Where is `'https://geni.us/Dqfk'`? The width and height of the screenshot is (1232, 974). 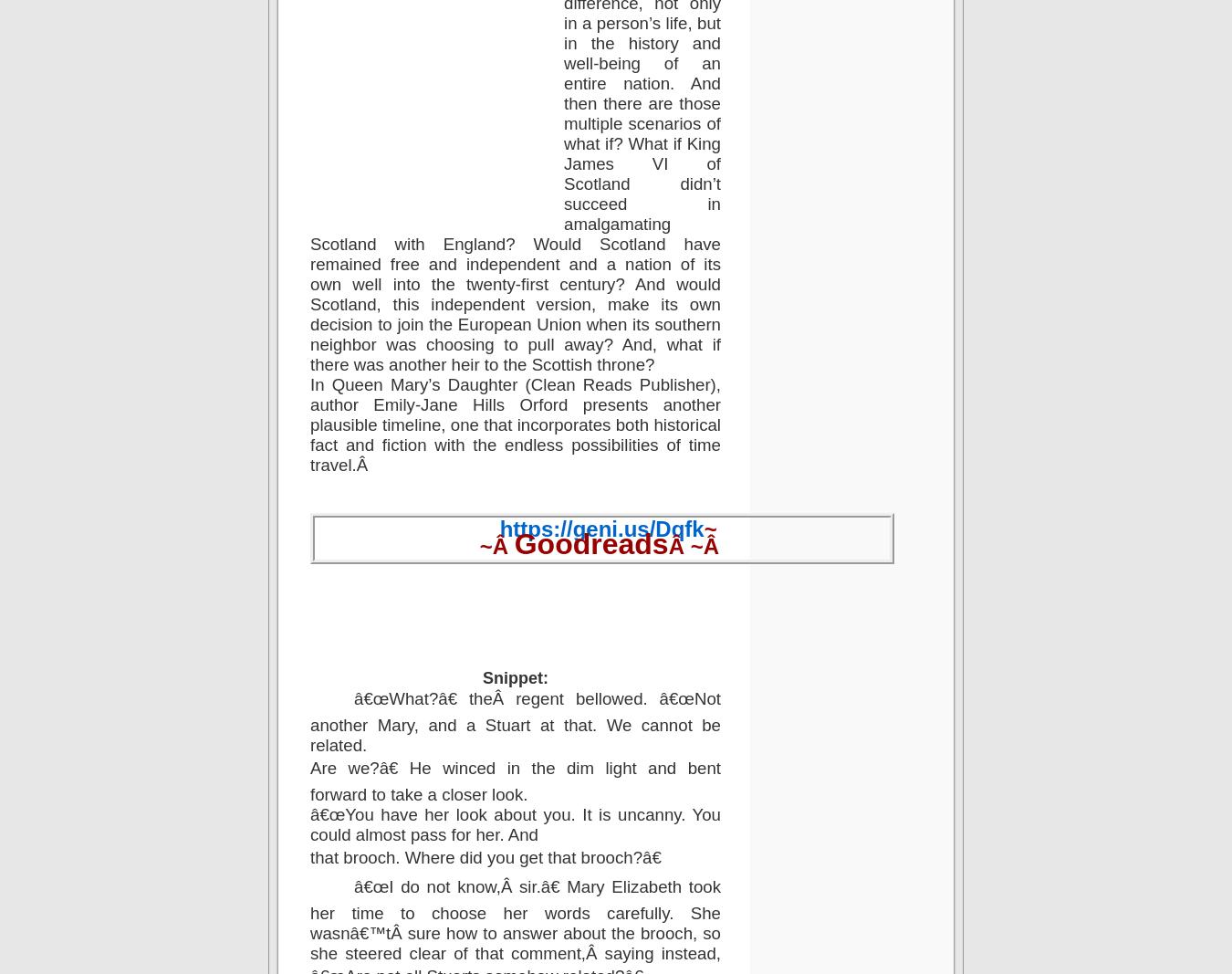 'https://geni.us/Dqfk' is located at coordinates (600, 528).